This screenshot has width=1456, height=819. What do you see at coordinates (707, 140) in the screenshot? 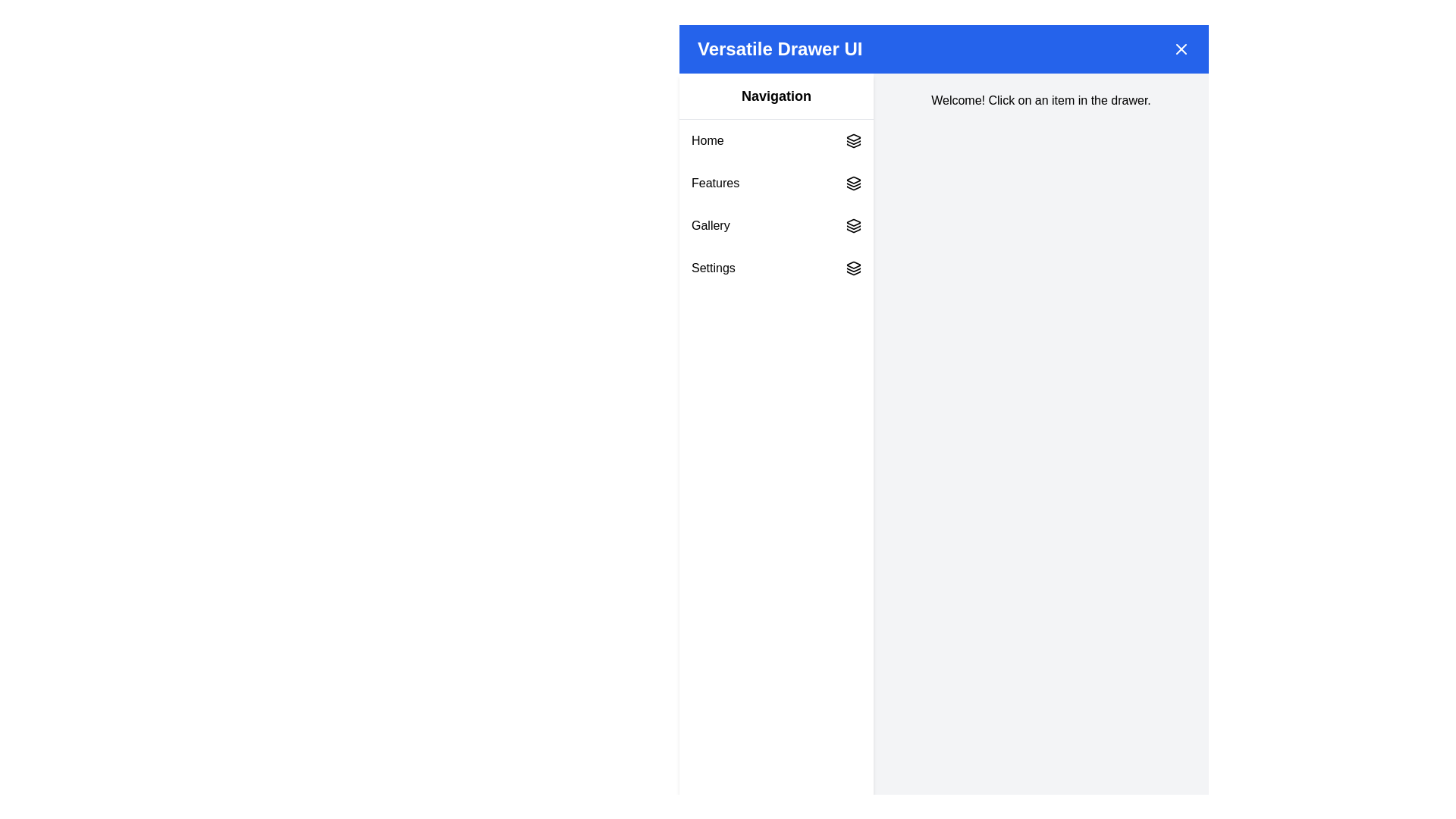
I see `the 'Home' text label element, which serves as a navigation title linking to the home page, located at the top of the navigation pane` at bounding box center [707, 140].